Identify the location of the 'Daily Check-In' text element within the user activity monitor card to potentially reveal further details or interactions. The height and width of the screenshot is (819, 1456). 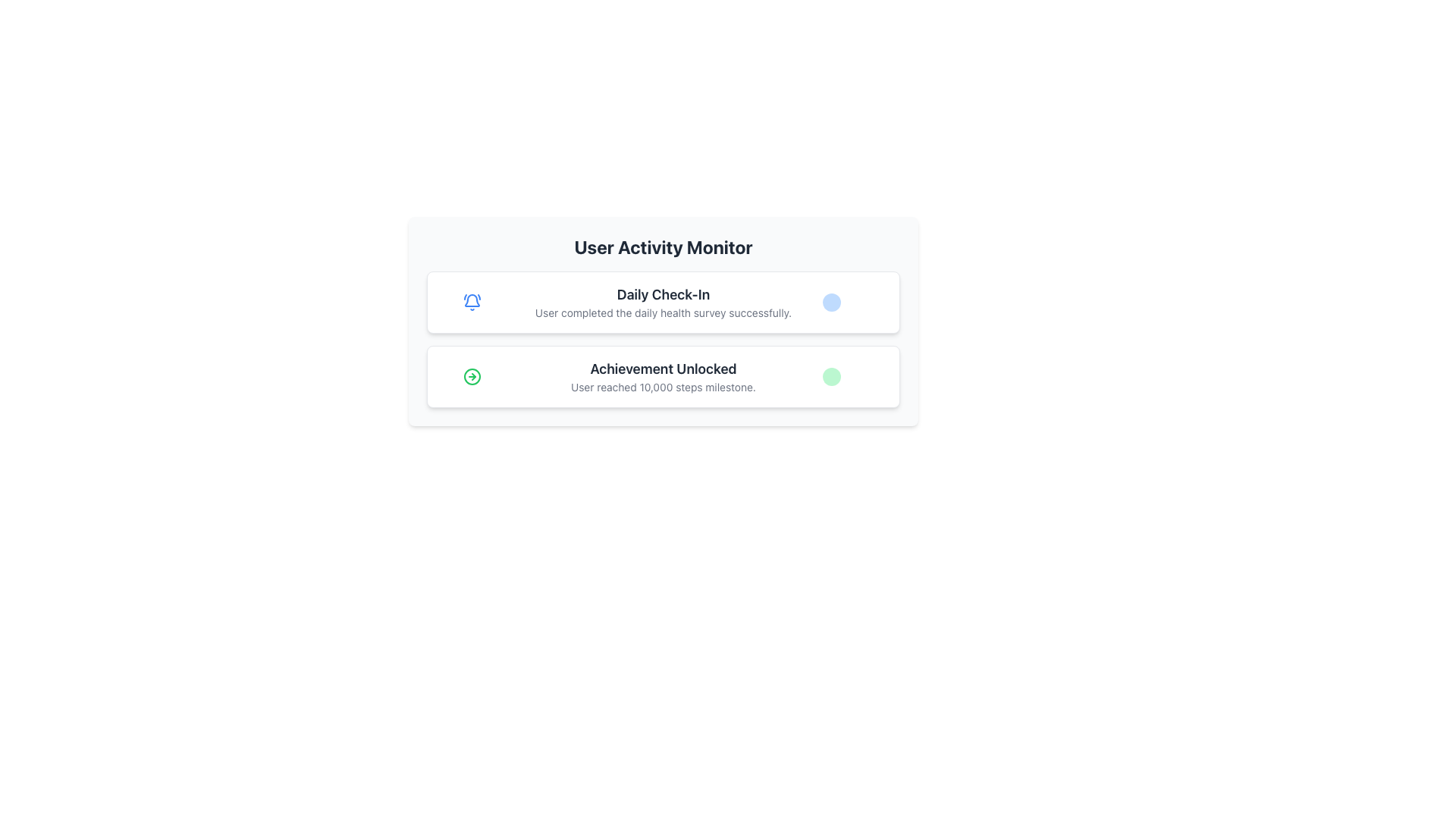
(663, 302).